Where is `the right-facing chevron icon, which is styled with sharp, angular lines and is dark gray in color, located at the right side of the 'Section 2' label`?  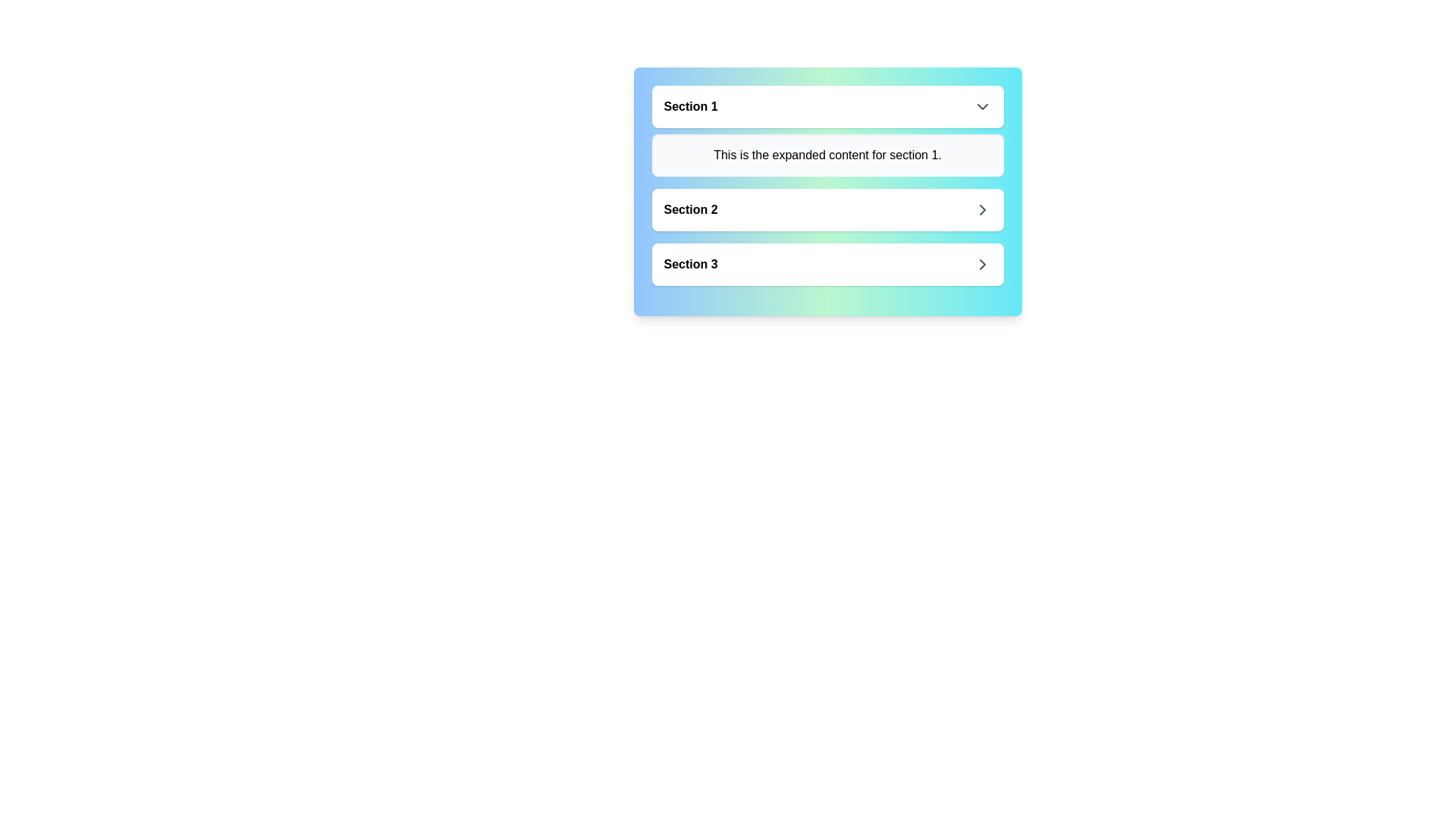 the right-facing chevron icon, which is styled with sharp, angular lines and is dark gray in color, located at the right side of the 'Section 2' label is located at coordinates (982, 210).